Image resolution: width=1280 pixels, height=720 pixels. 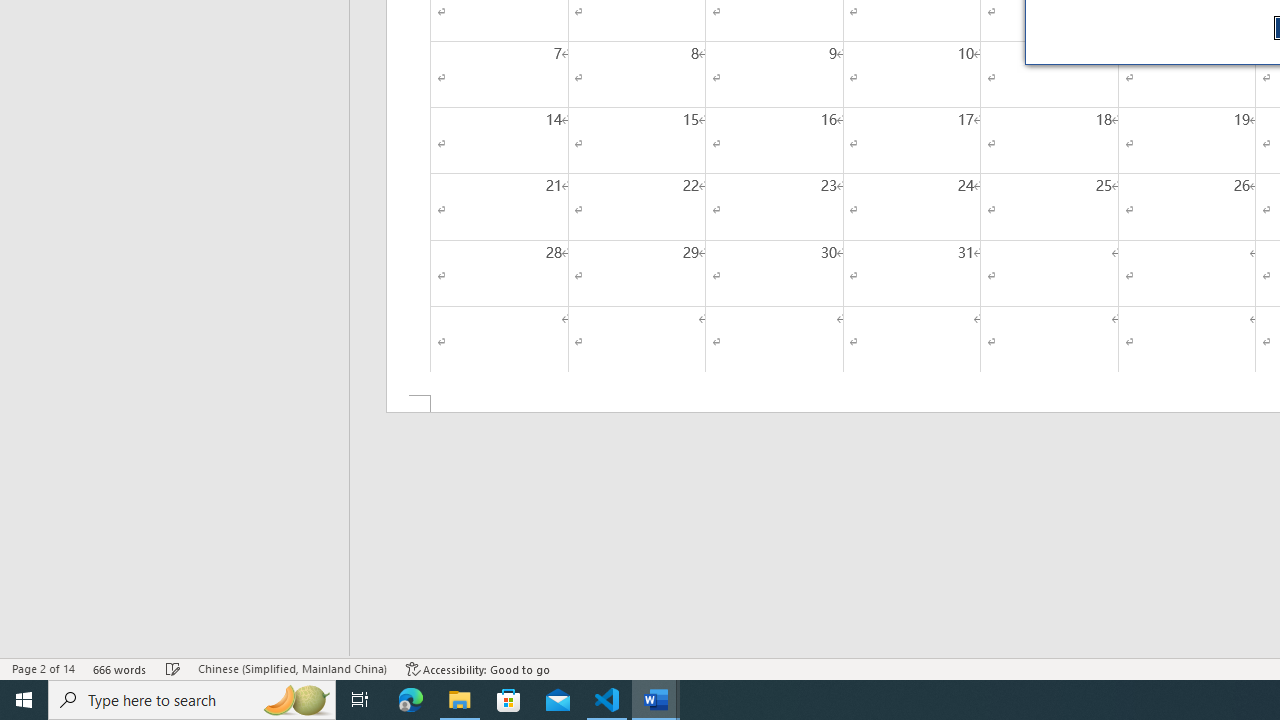 I want to click on 'Word - 2 running windows', so click(x=656, y=698).